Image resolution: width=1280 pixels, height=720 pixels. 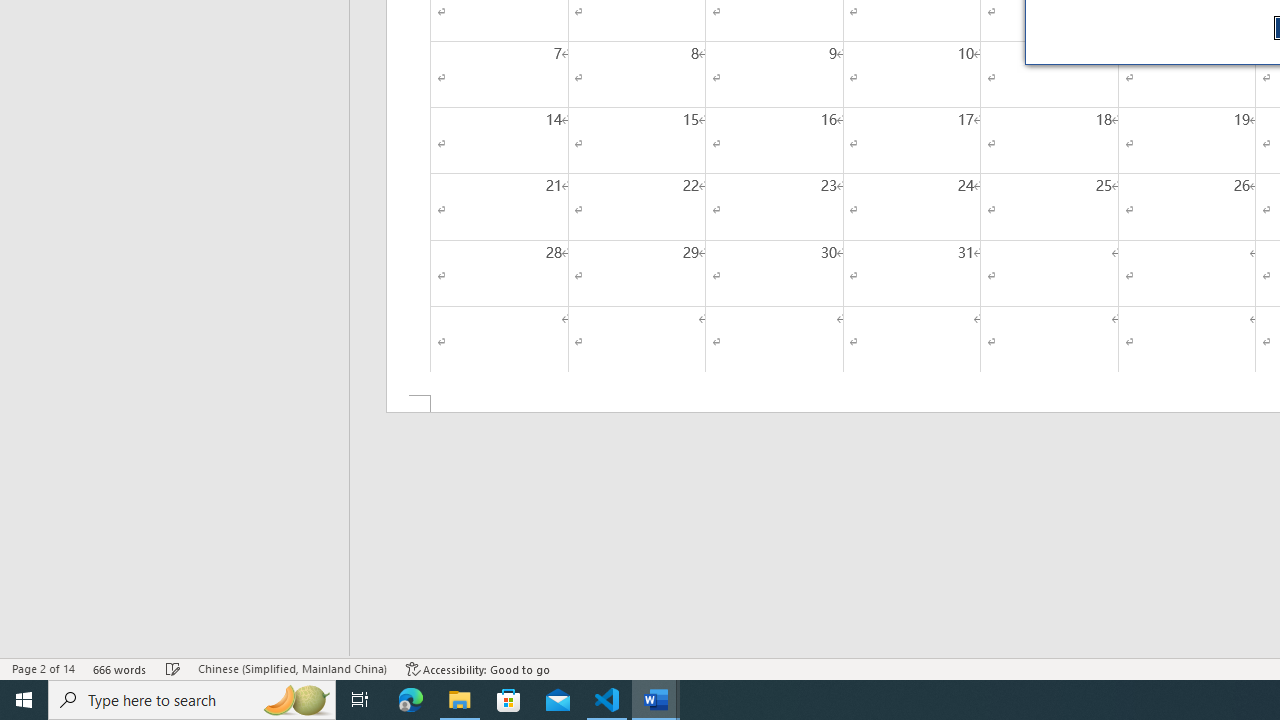 I want to click on 'Word - 2 running windows', so click(x=656, y=698).